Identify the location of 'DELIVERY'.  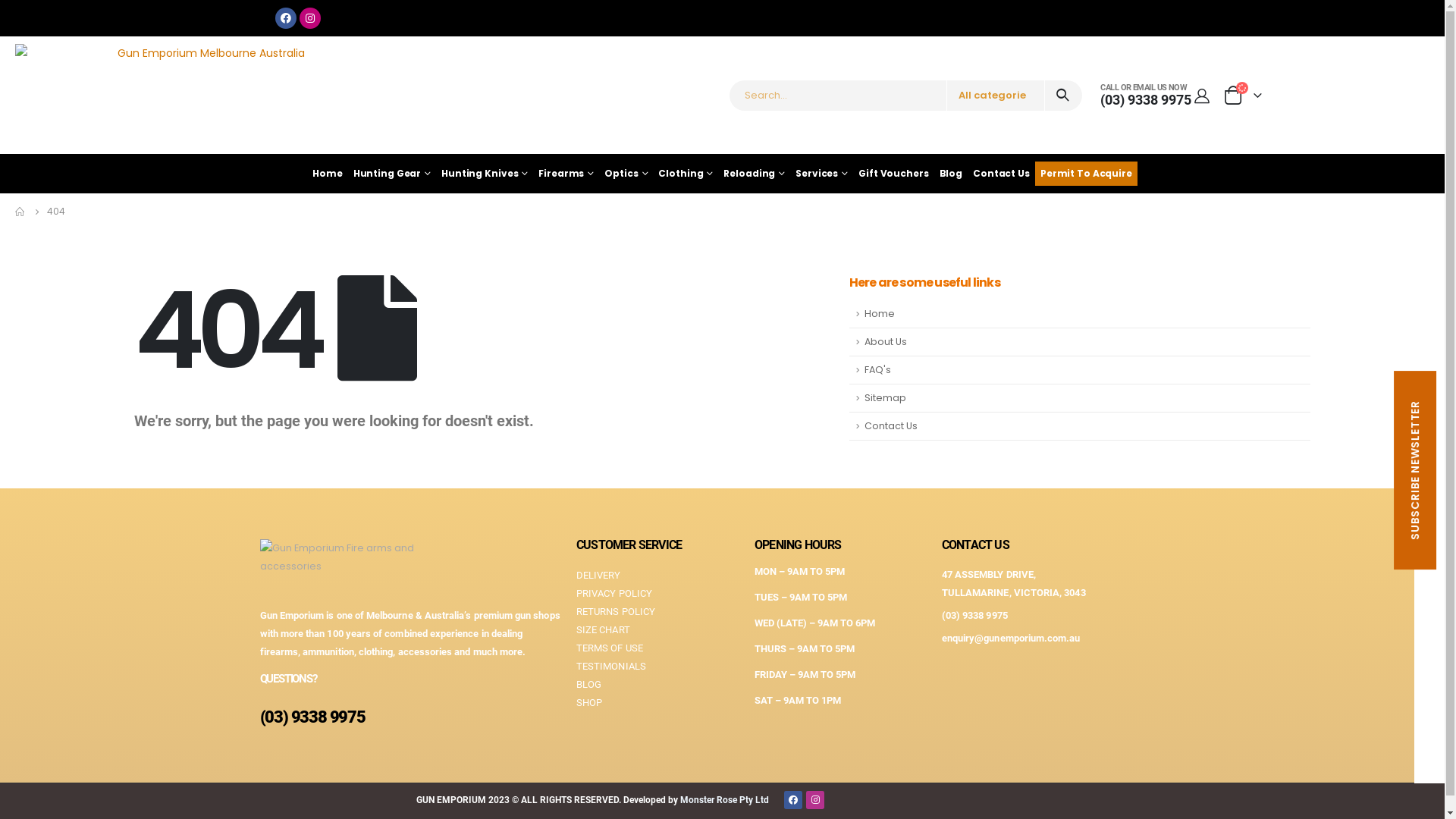
(575, 576).